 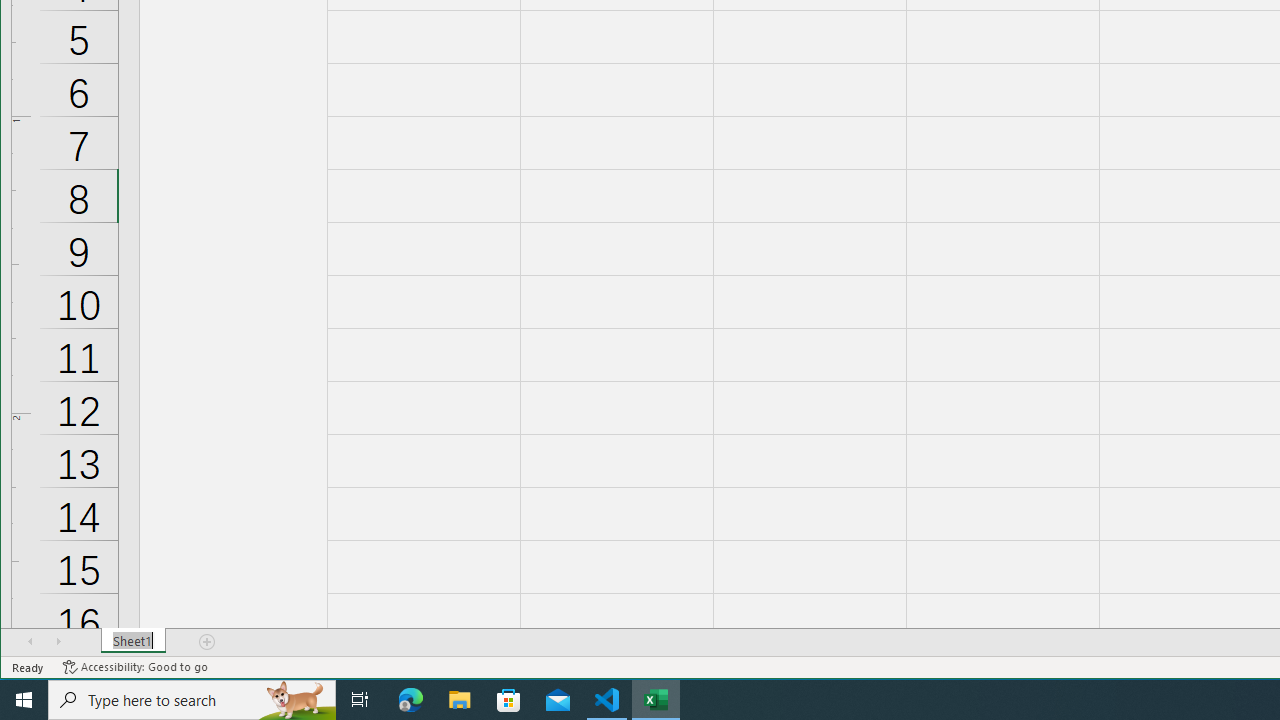 I want to click on 'File Explorer', so click(x=459, y=698).